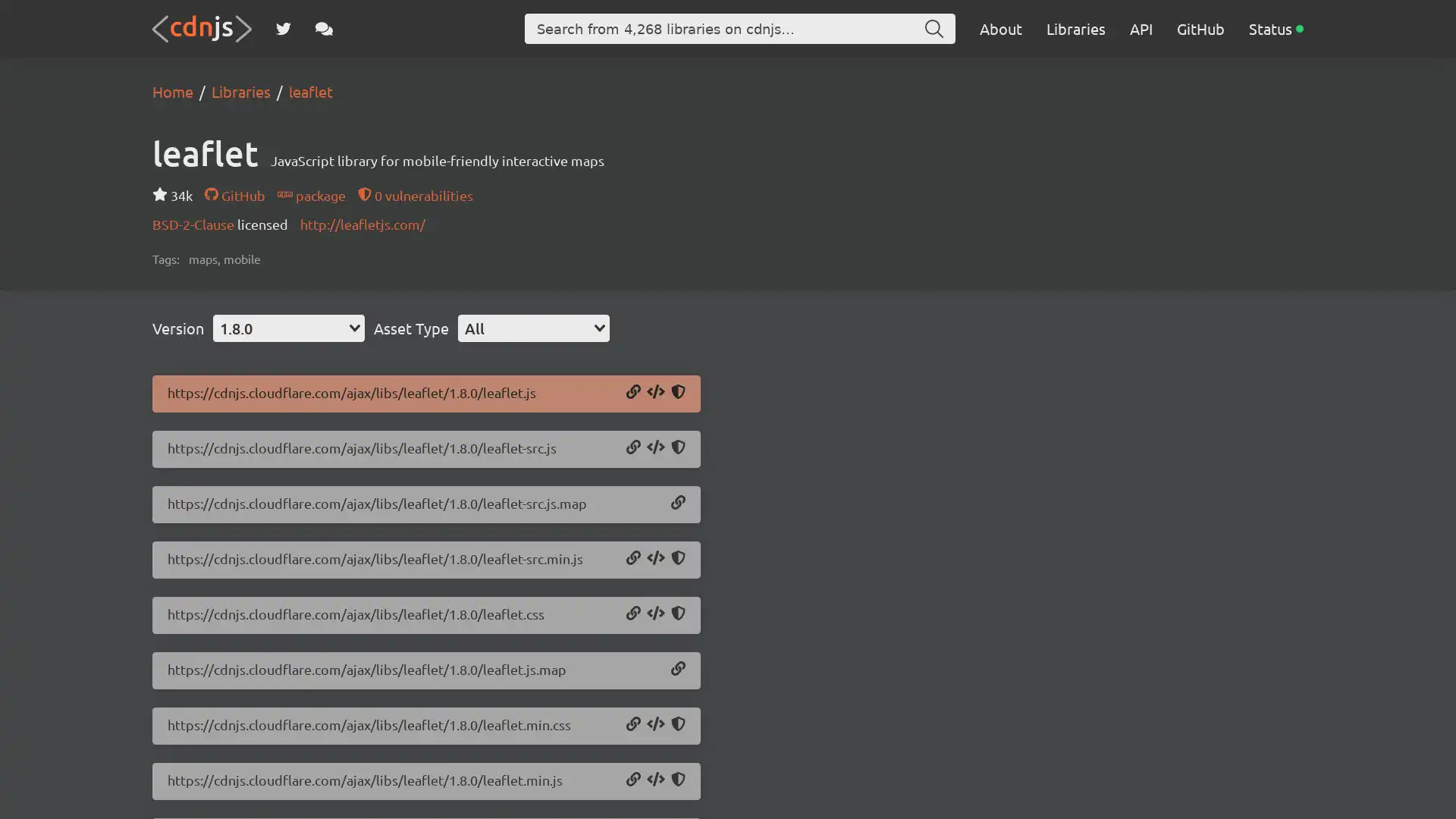  I want to click on Copy URL, so click(677, 669).